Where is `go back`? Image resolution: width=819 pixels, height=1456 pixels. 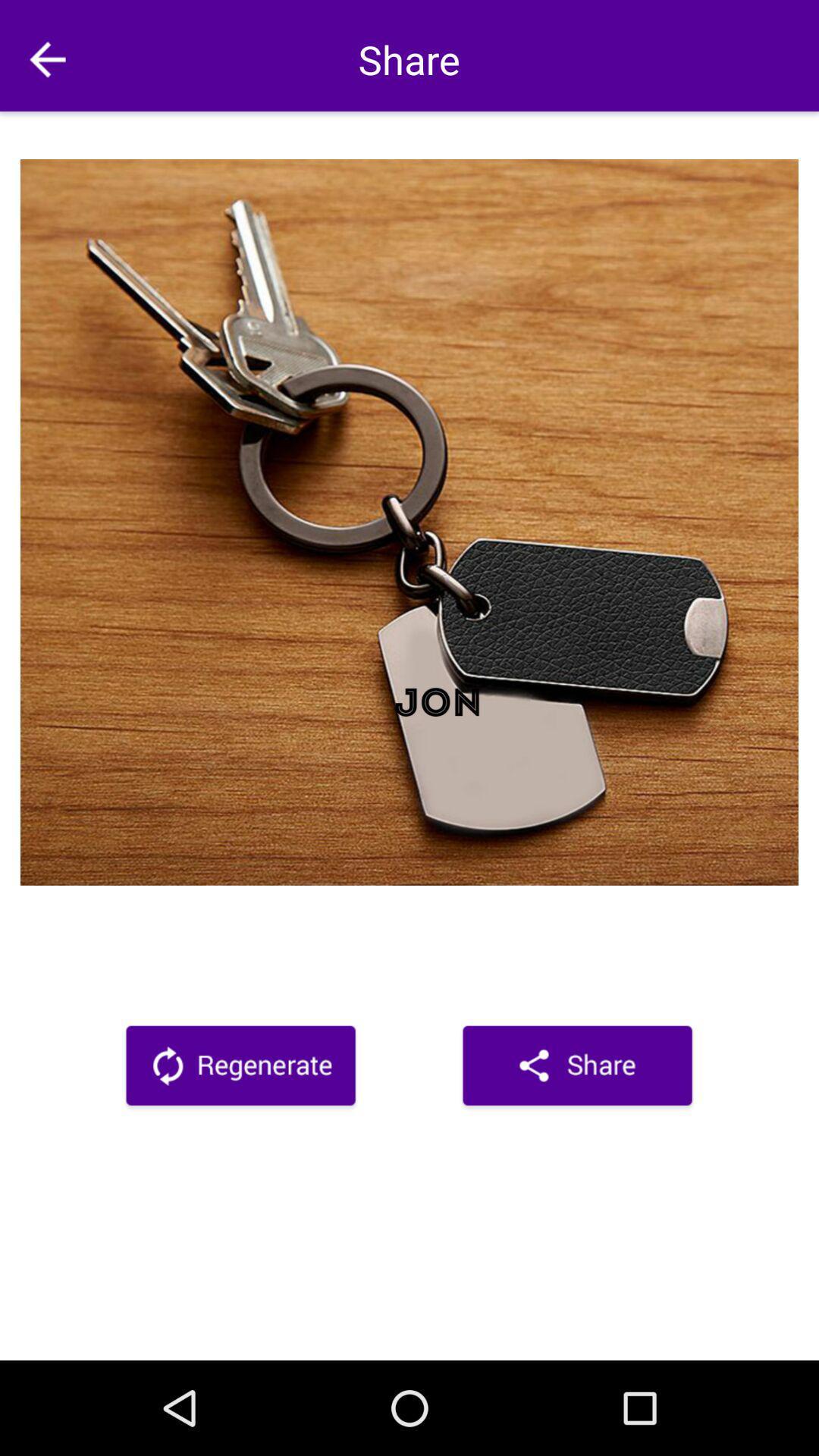
go back is located at coordinates (46, 59).